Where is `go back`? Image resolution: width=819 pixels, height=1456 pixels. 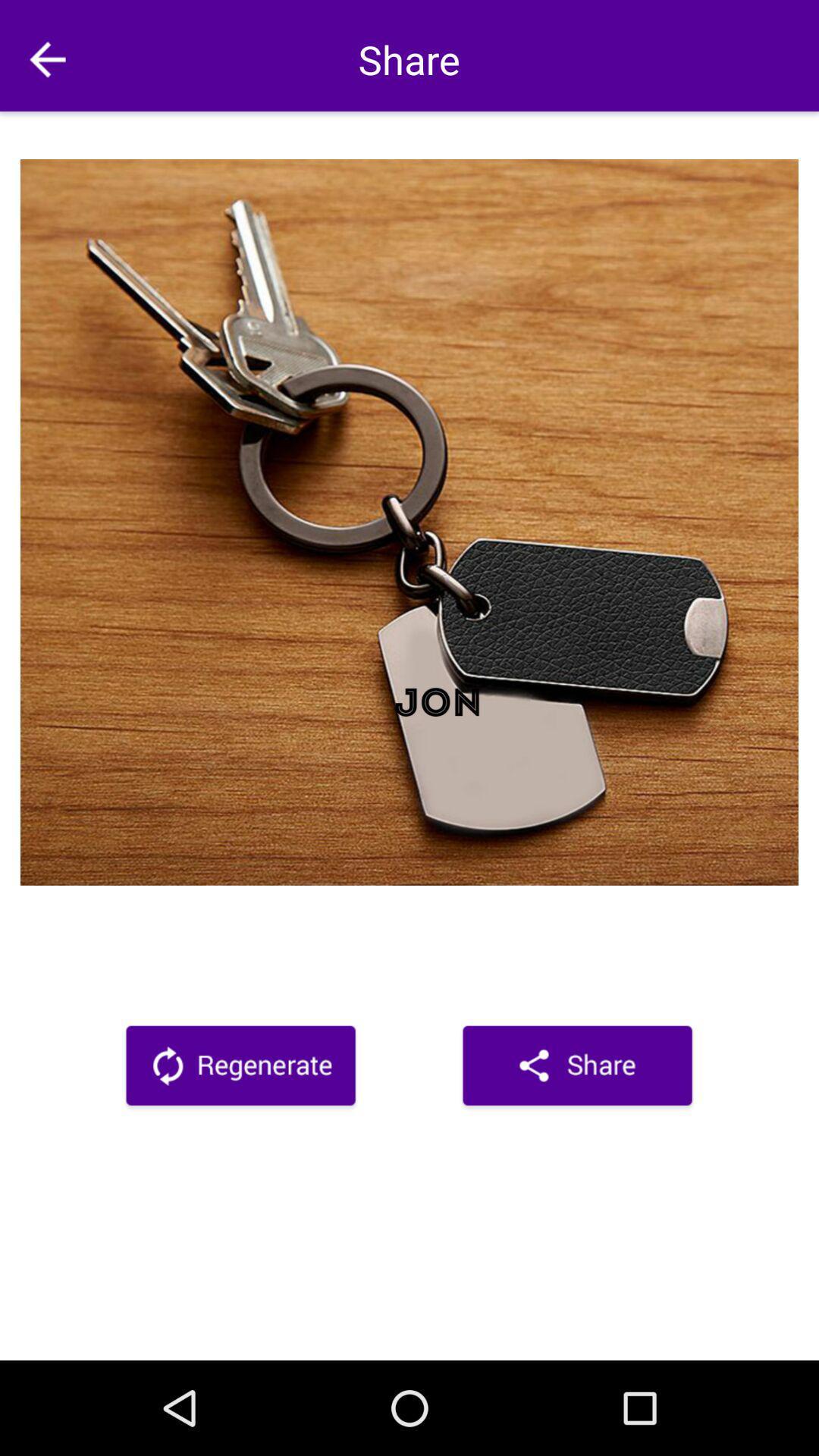
go back is located at coordinates (46, 59).